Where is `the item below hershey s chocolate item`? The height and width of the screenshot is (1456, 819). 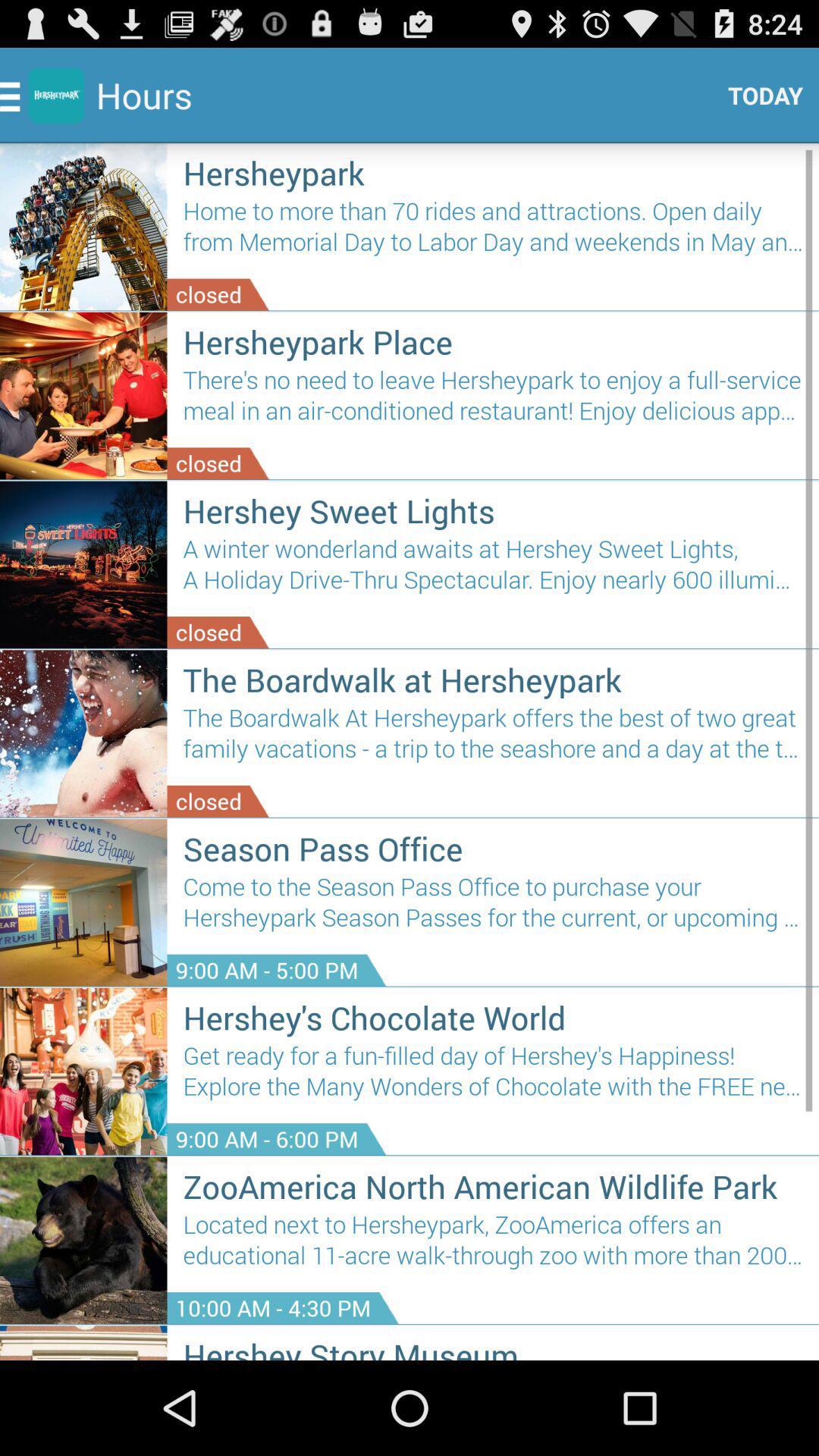 the item below hershey s chocolate item is located at coordinates (493, 1076).